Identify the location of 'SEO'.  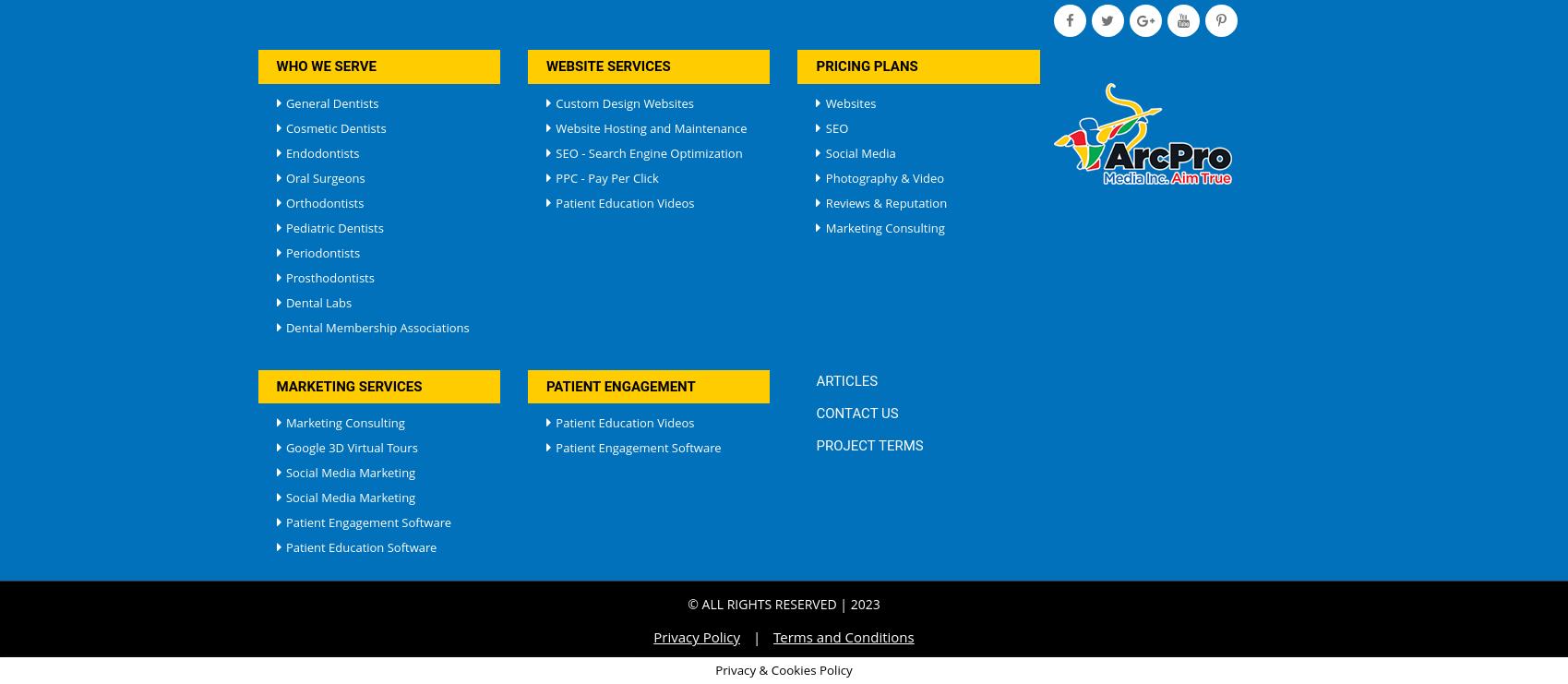
(820, 126).